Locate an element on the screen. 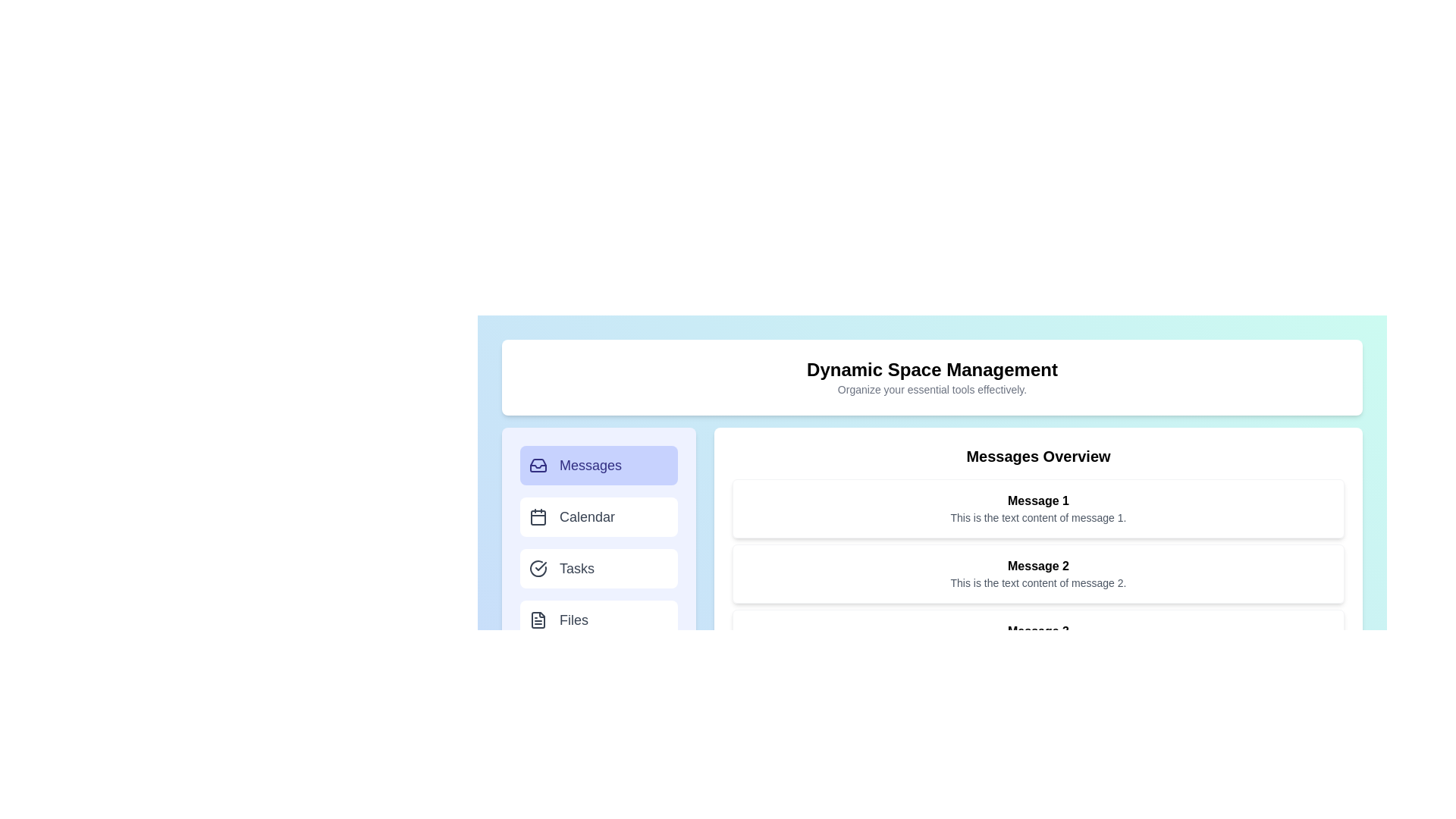  the active 'Messages' button icon located in the navigation menu on the left side of the interface, which is highlighted in purple is located at coordinates (538, 465).